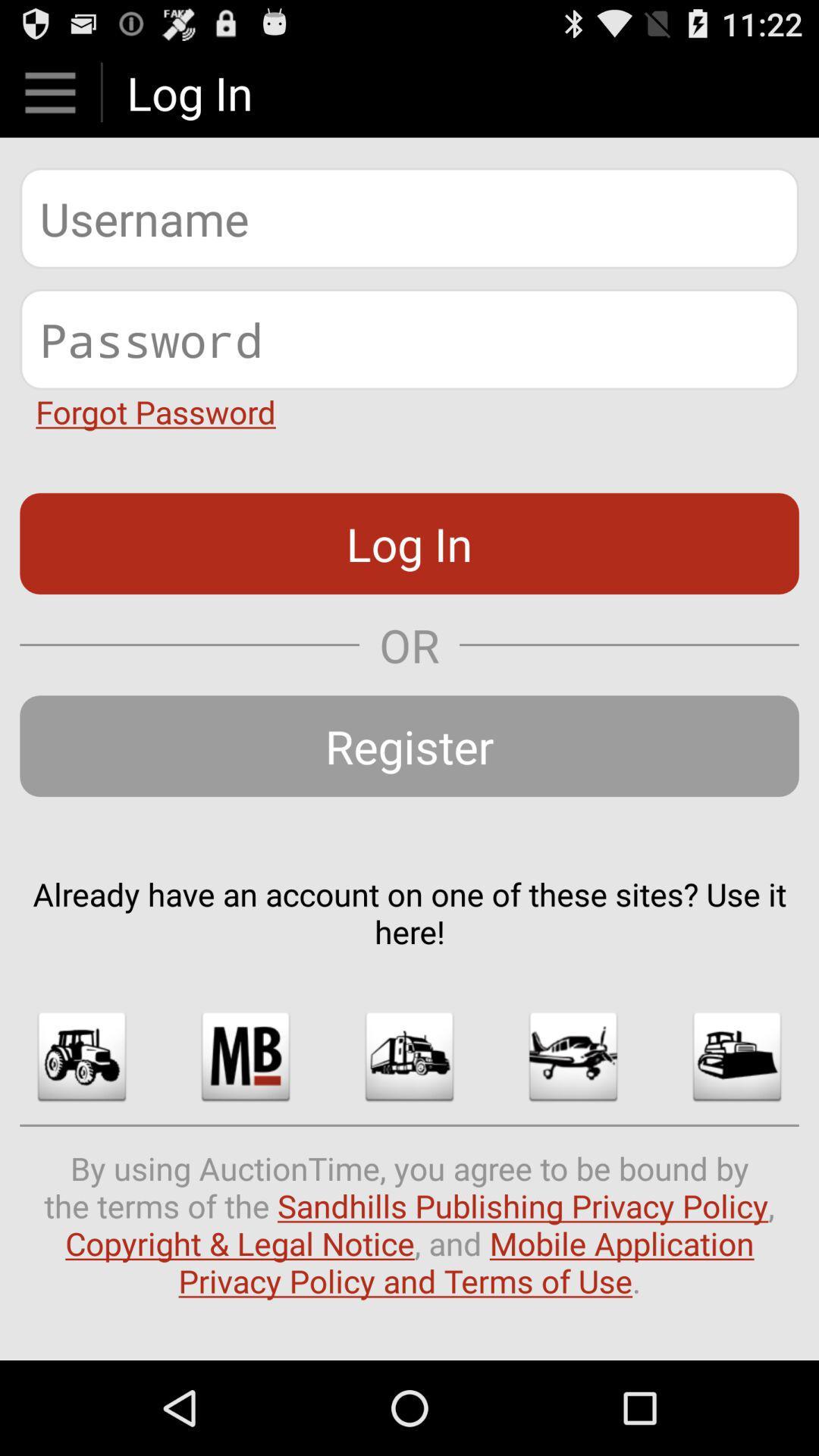  I want to click on username, so click(409, 218).